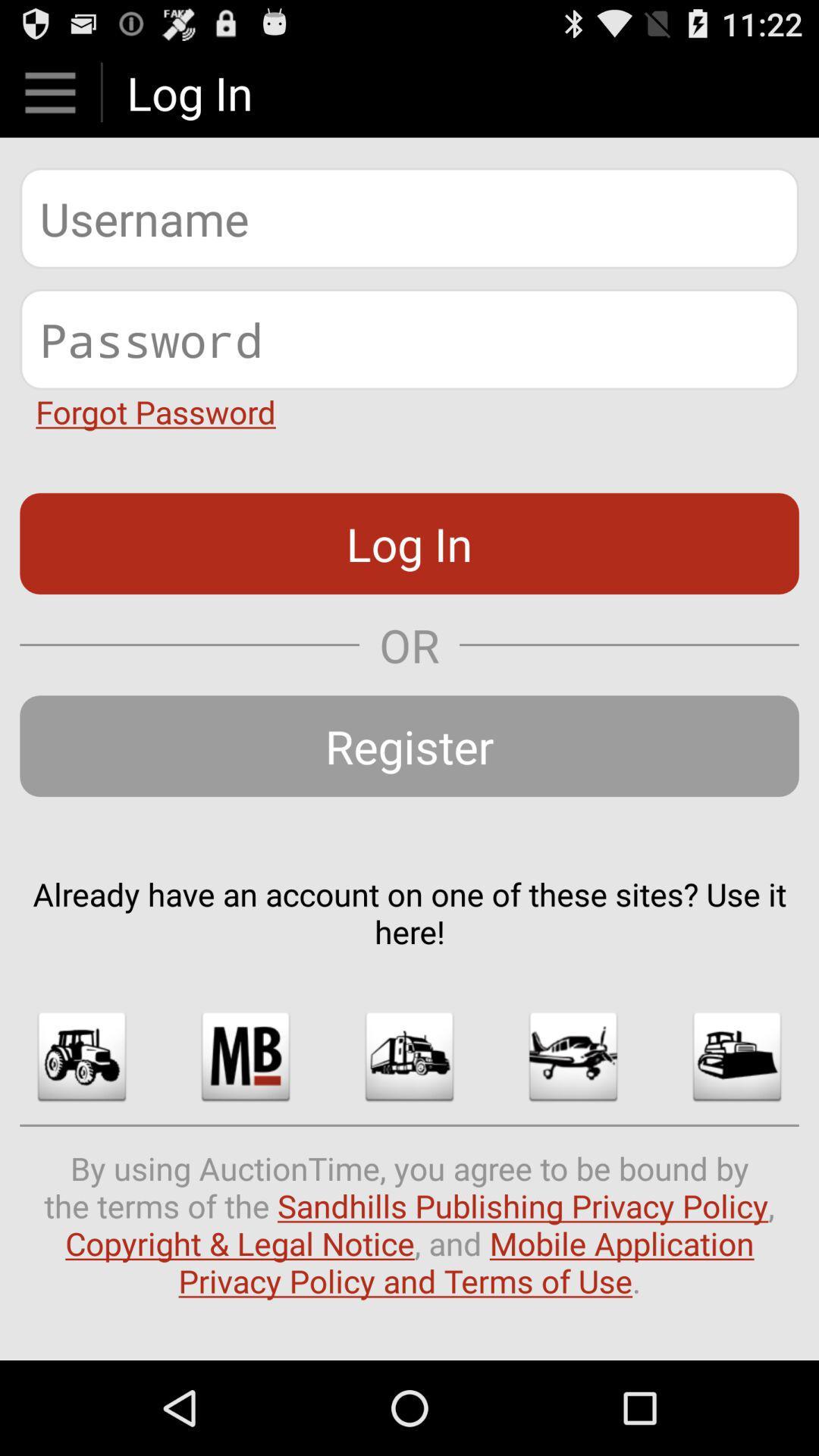  I want to click on username, so click(409, 218).